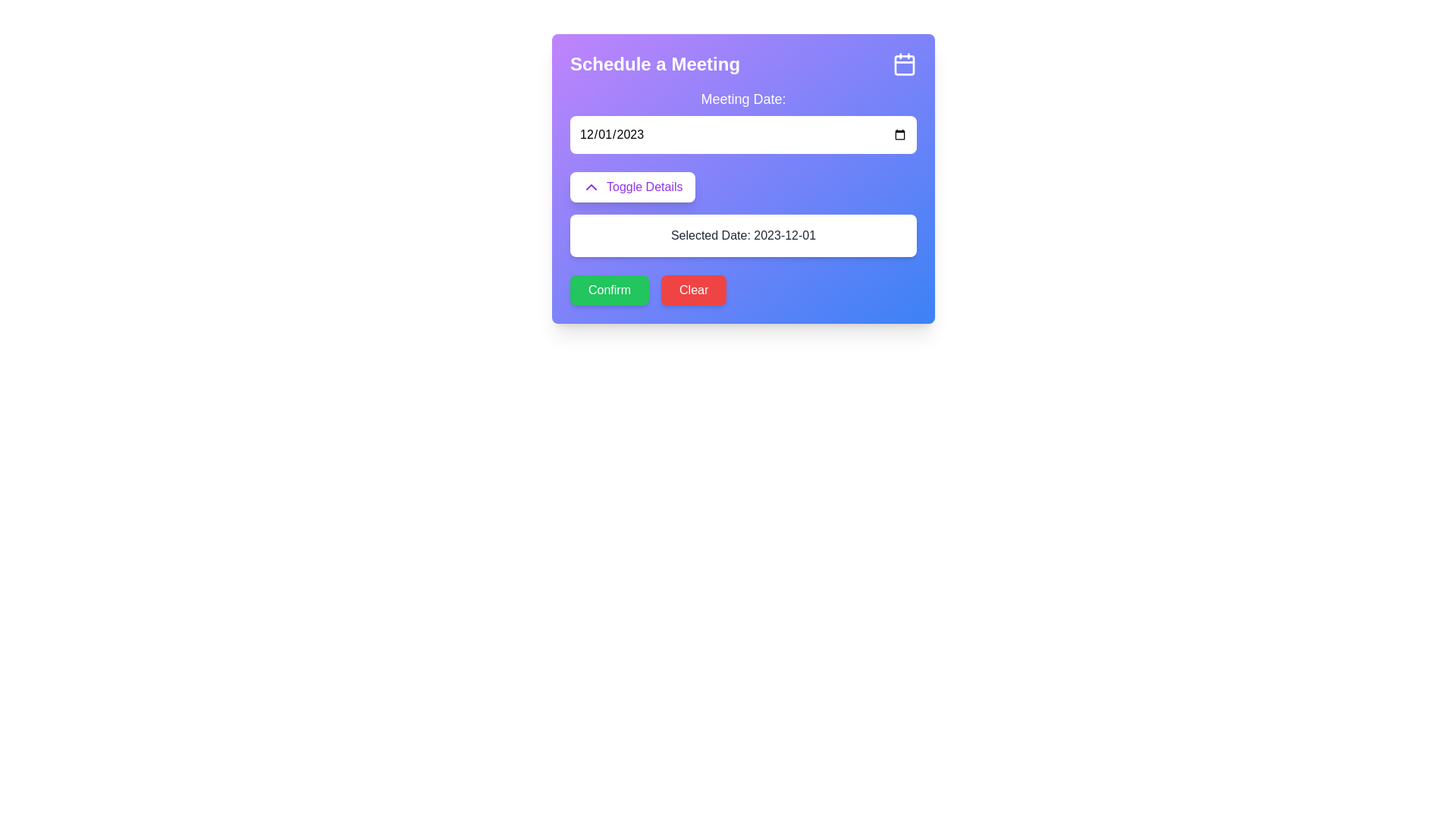 The height and width of the screenshot is (819, 1456). I want to click on the confirmation button located in the lower-left quadrant of the interface to change its appearance, so click(610, 290).